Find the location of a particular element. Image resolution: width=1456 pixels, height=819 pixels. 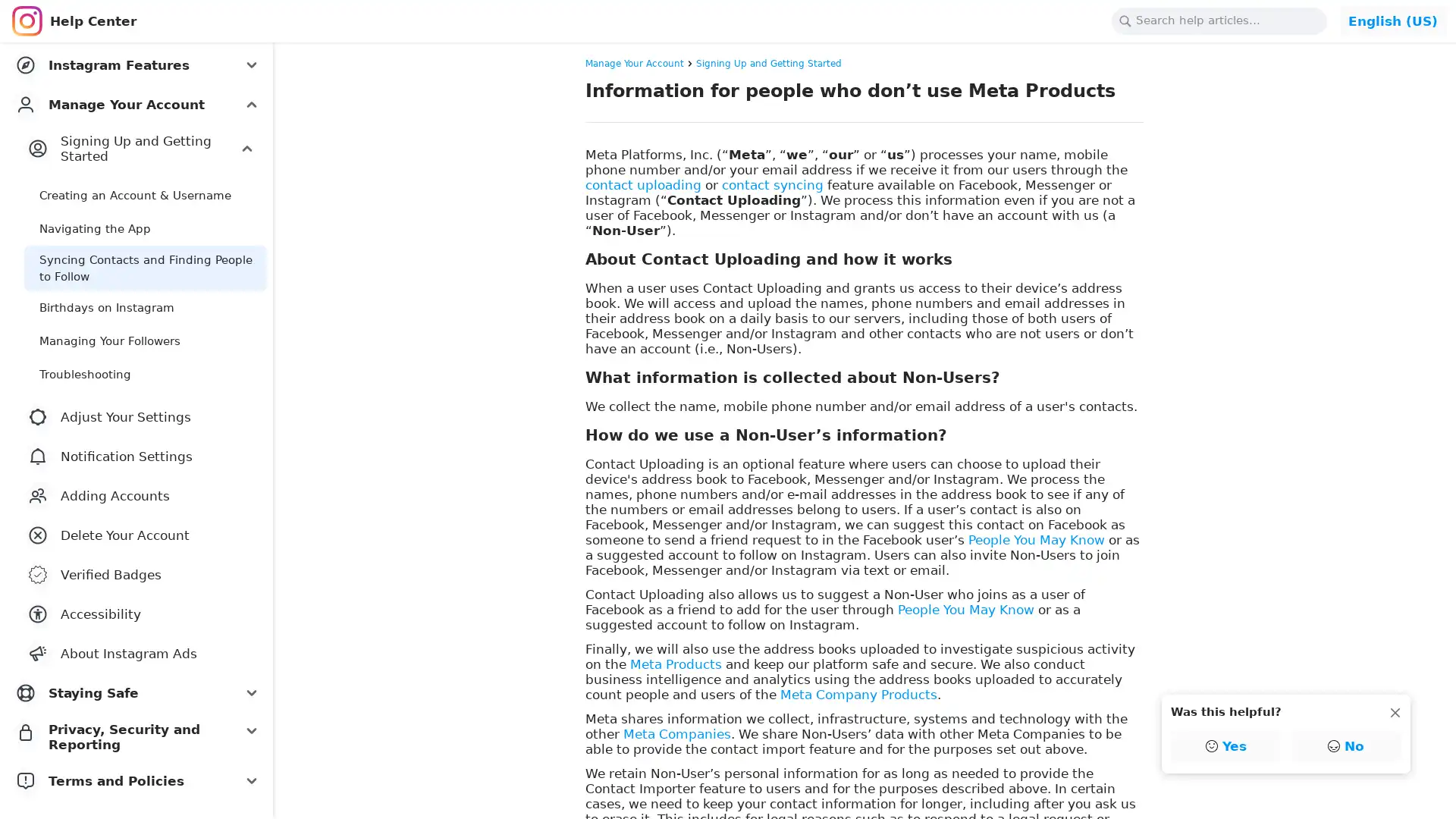

Manage Your Account is located at coordinates (136, 104).